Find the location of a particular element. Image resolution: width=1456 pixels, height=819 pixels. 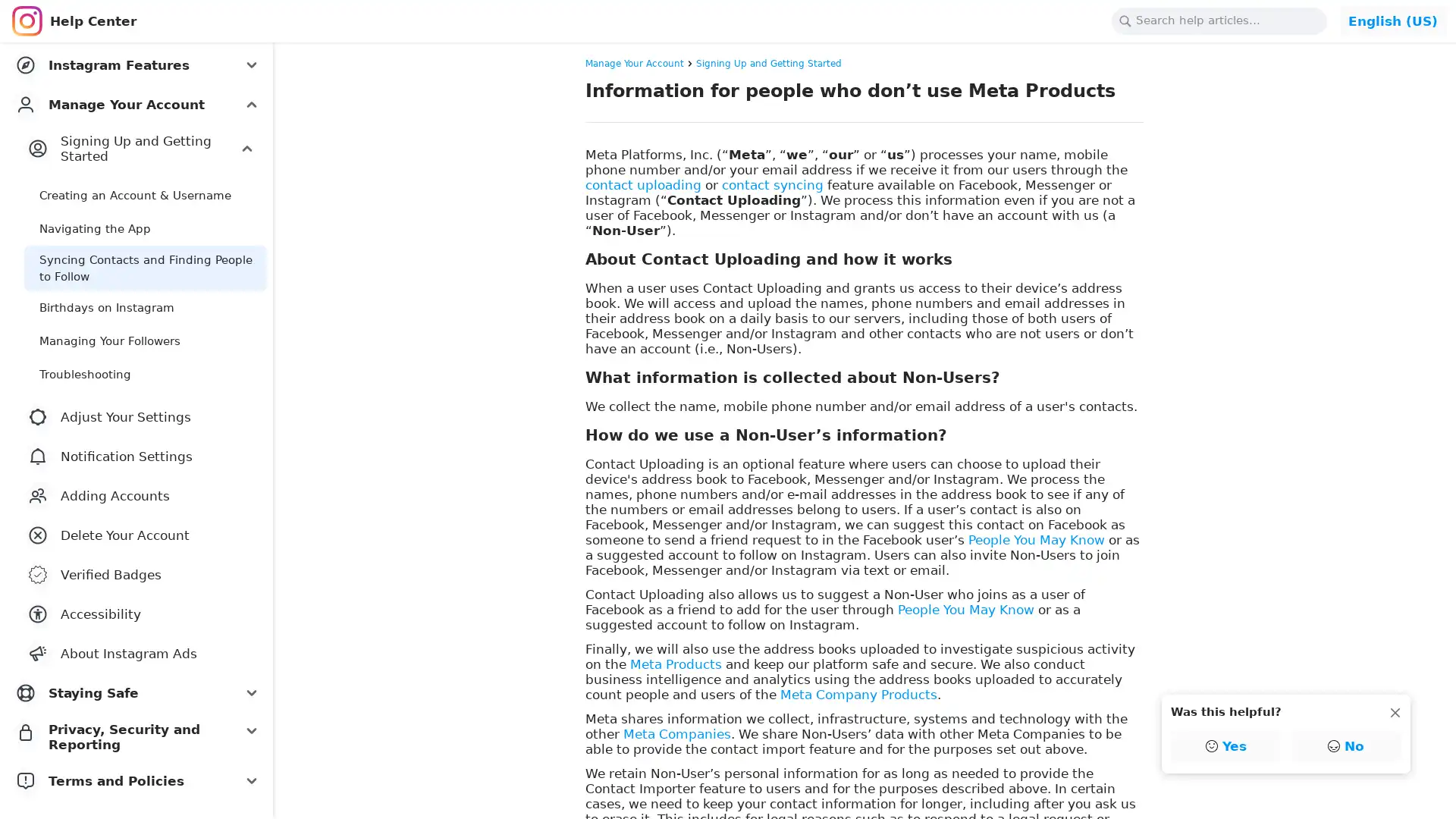

Manage Your Account is located at coordinates (136, 104).